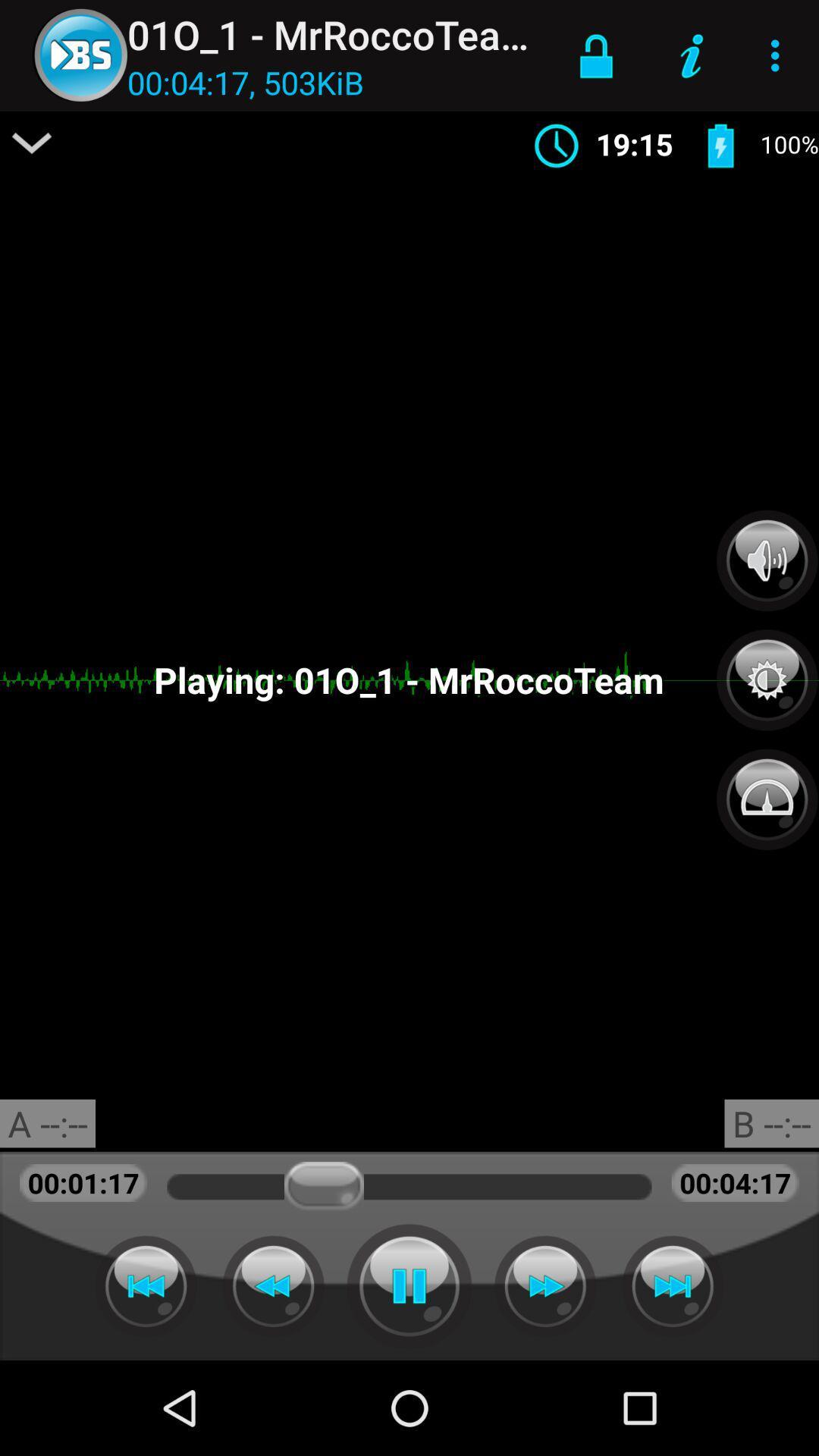 This screenshot has width=819, height=1456. What do you see at coordinates (544, 1285) in the screenshot?
I see `fast forward track` at bounding box center [544, 1285].